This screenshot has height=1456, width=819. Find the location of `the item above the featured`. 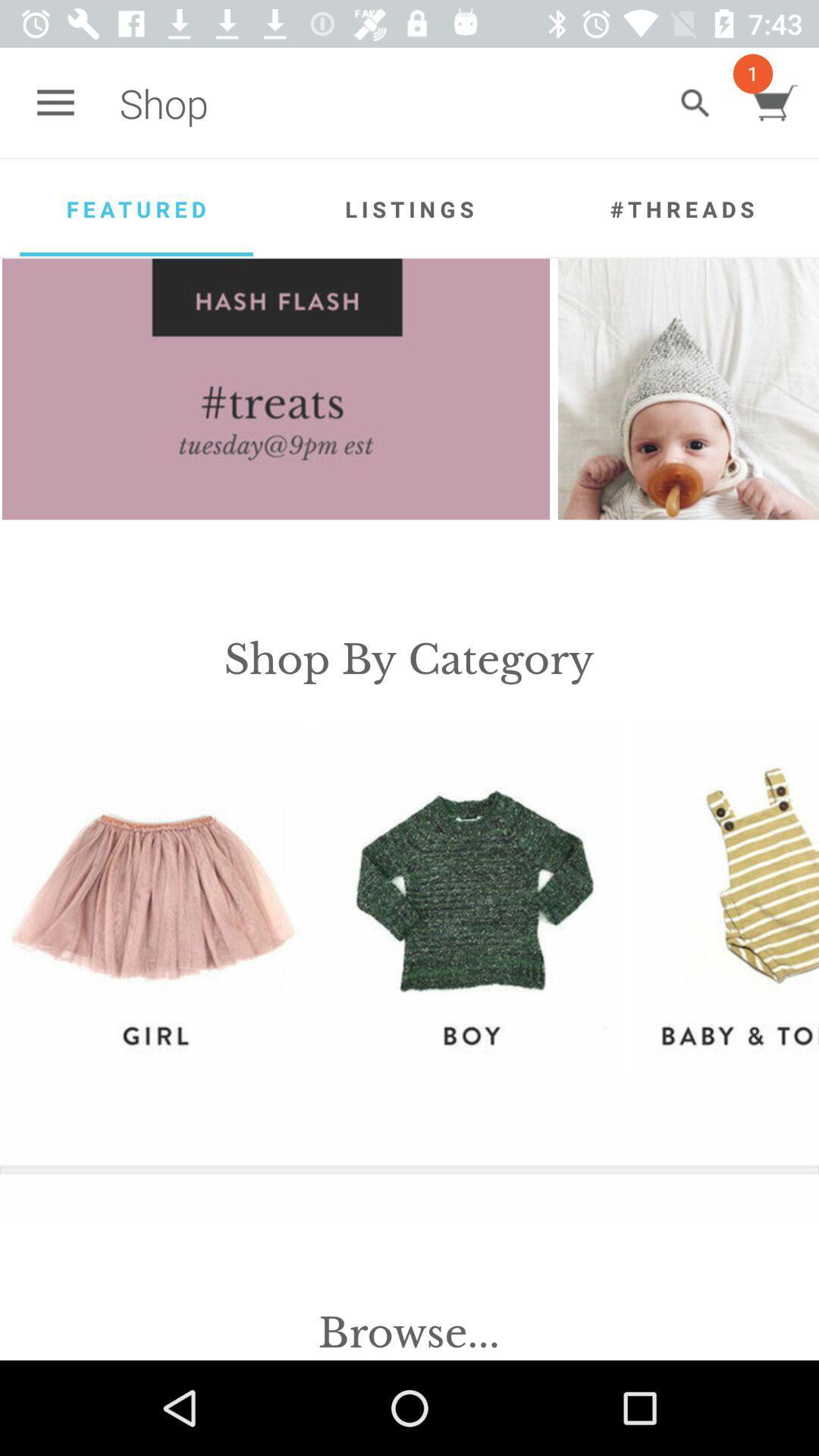

the item above the featured is located at coordinates (55, 102).